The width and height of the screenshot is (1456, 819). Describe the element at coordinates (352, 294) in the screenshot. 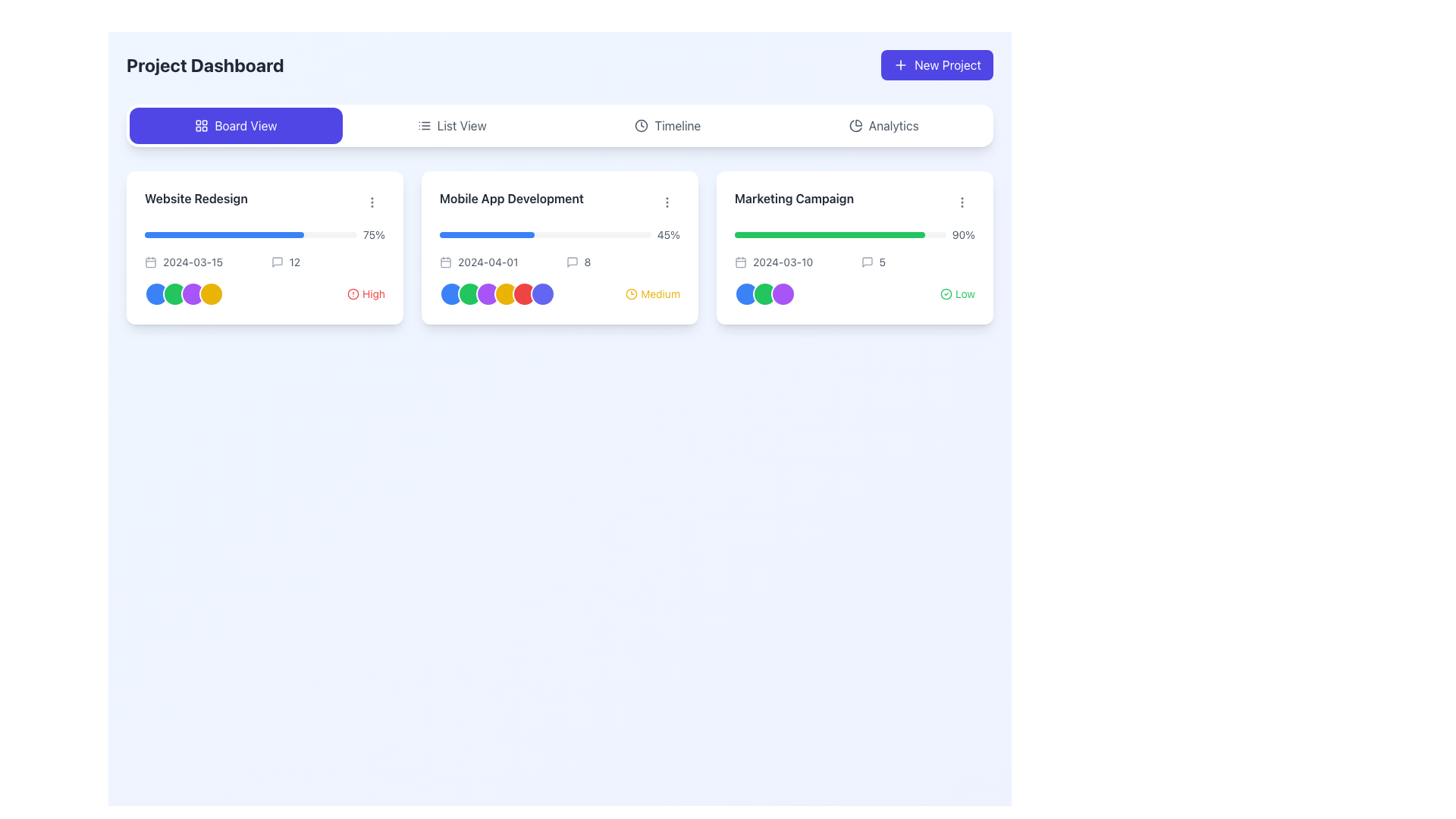

I see `the 'High' priority alert icon located in the bottom right area of the 'Website Redesign' card, adjacent to the 'High' label` at that location.